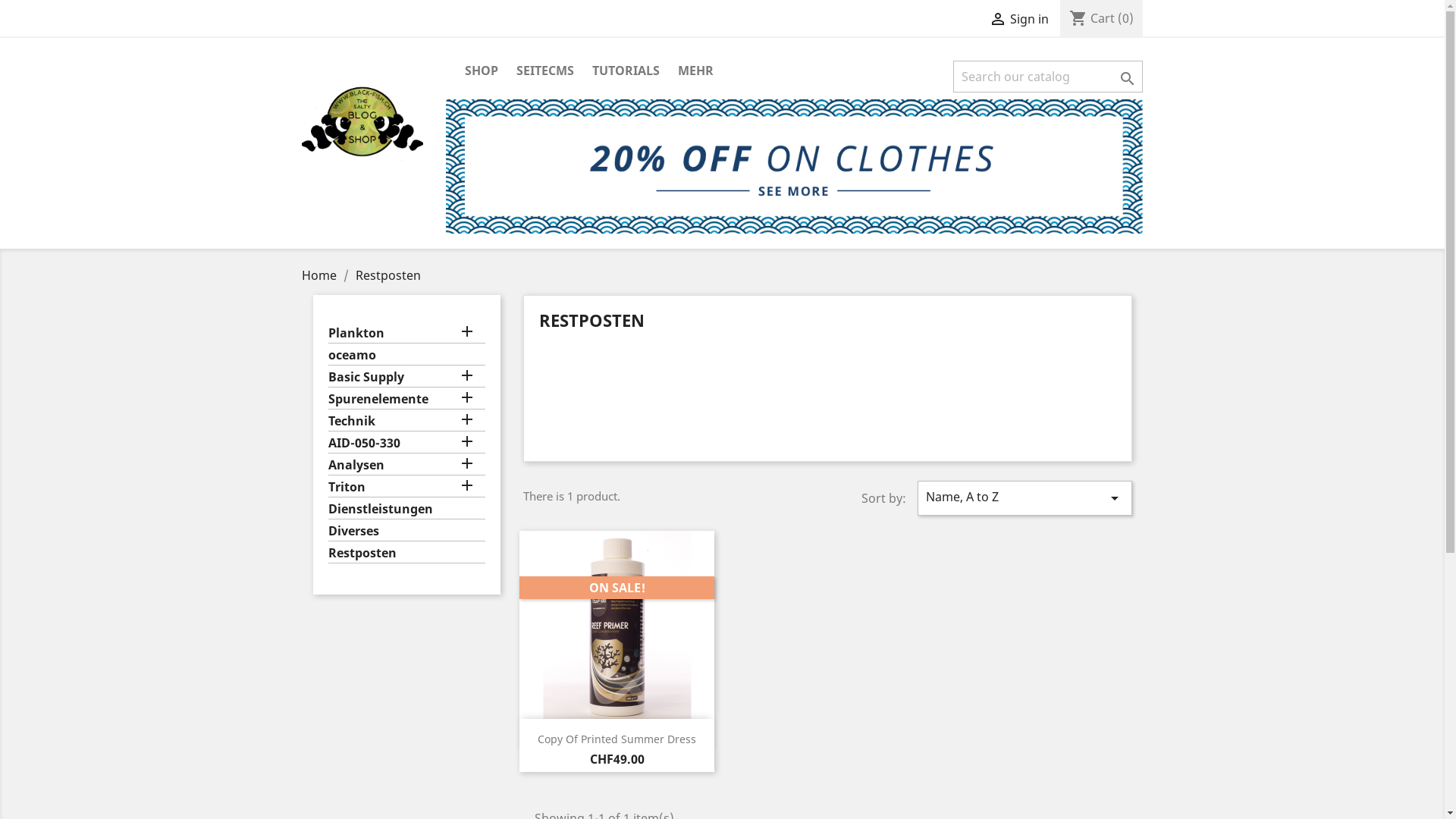 The height and width of the screenshot is (819, 1456). What do you see at coordinates (479, 71) in the screenshot?
I see `'SHOP'` at bounding box center [479, 71].